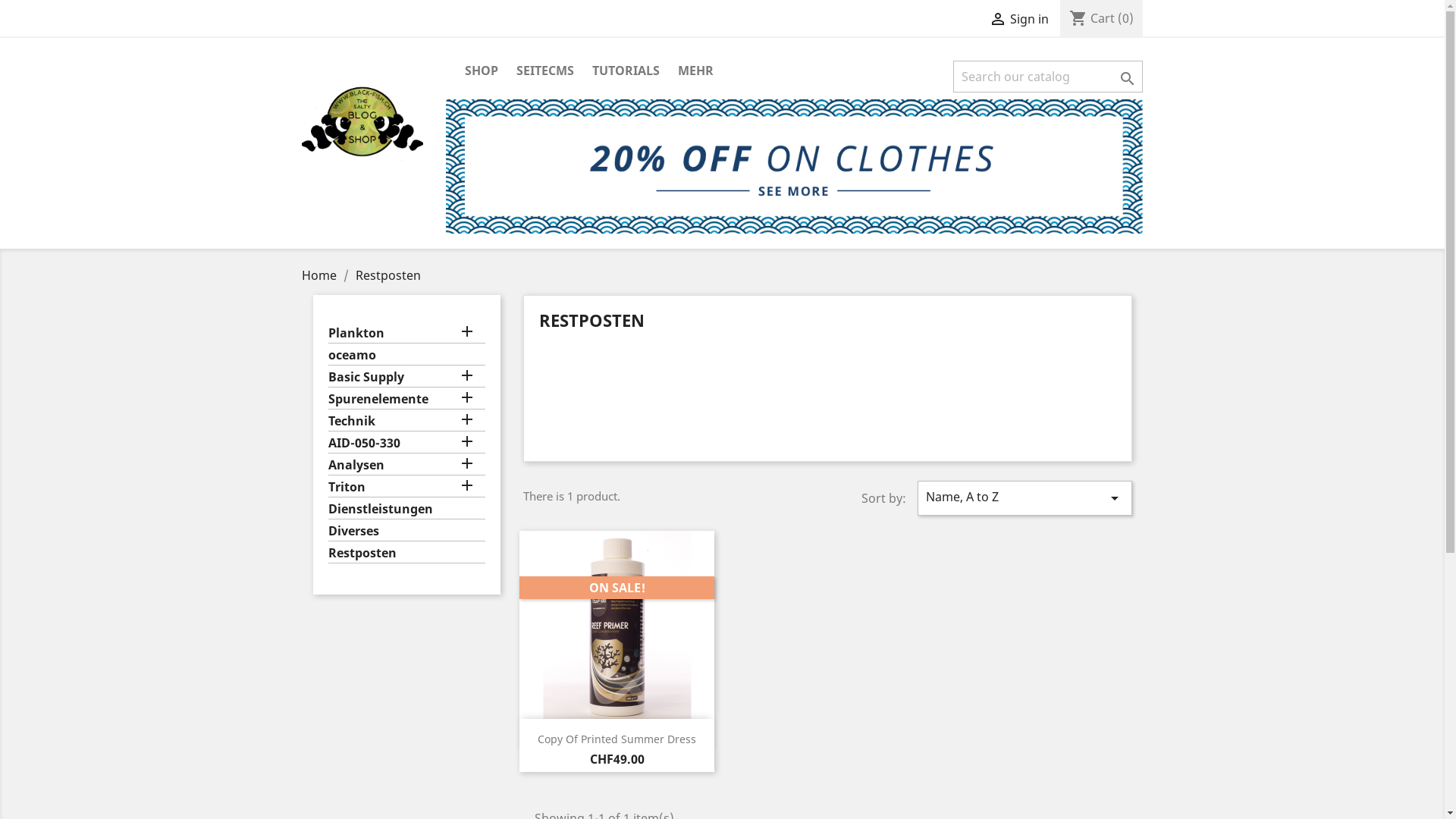 The height and width of the screenshot is (819, 1456). What do you see at coordinates (479, 71) in the screenshot?
I see `'SHOP'` at bounding box center [479, 71].